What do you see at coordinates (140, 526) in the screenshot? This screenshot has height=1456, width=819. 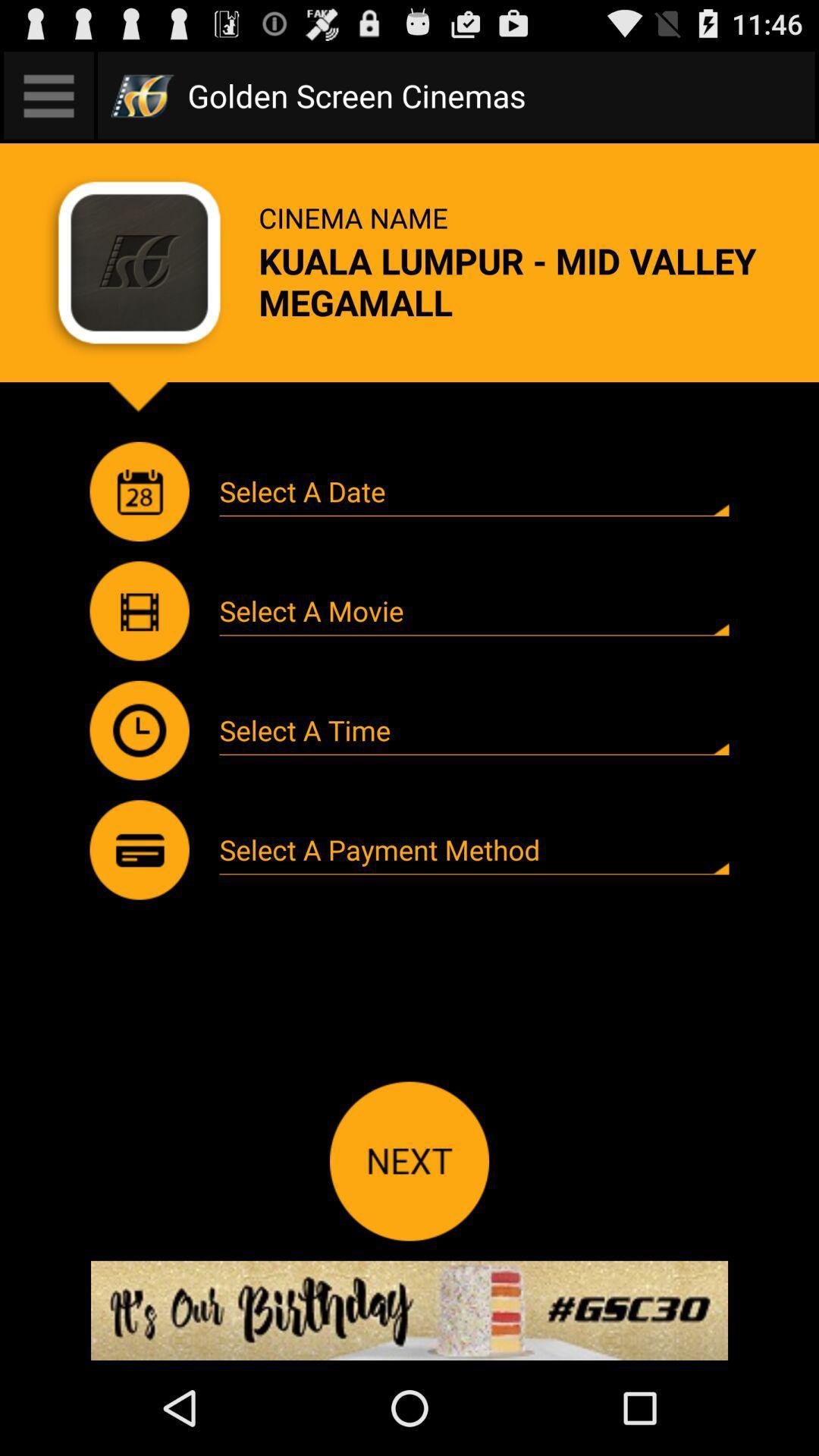 I see `the date_range icon` at bounding box center [140, 526].